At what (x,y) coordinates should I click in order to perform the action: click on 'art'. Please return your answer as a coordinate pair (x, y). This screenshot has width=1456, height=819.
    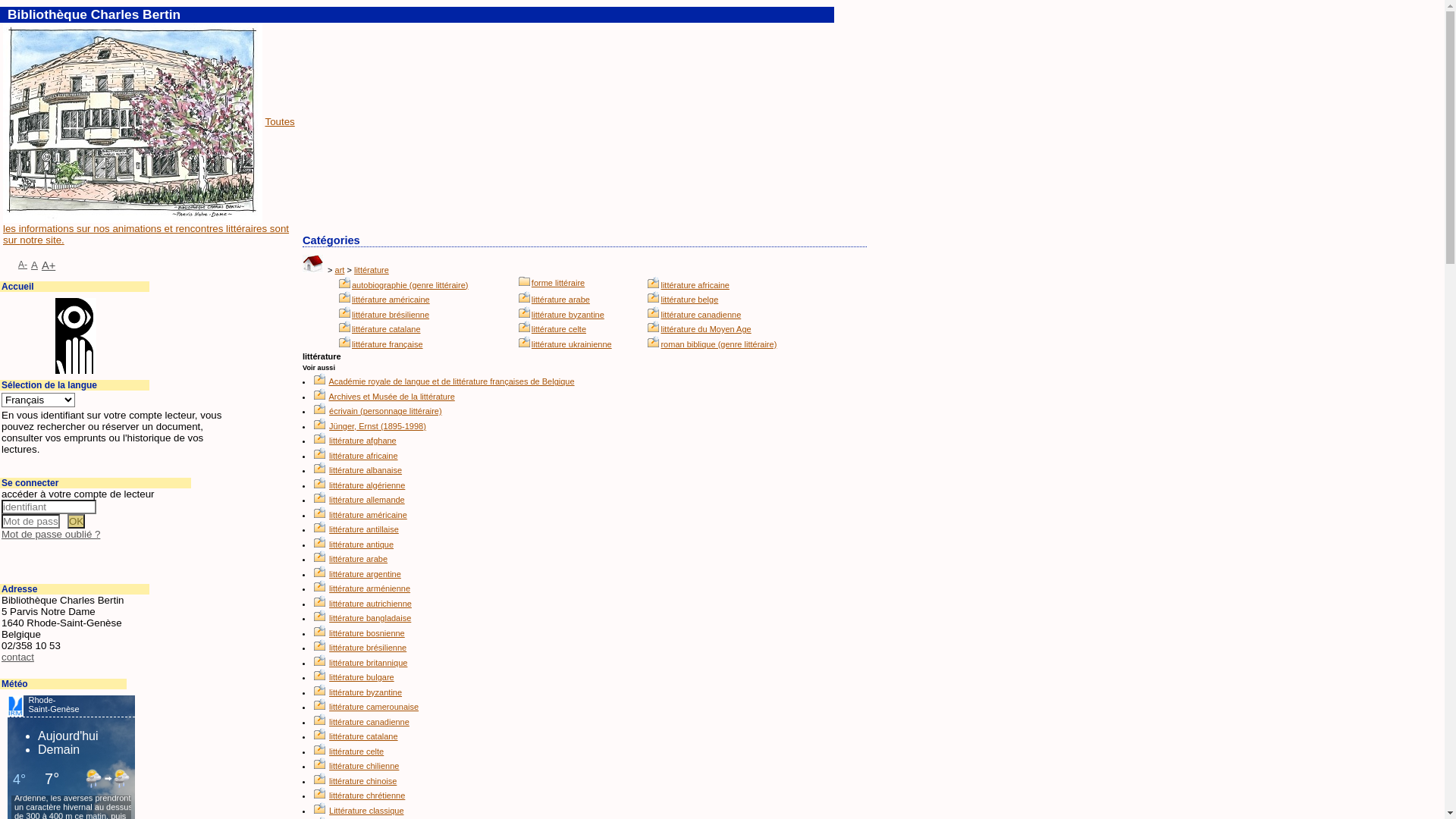
    Looking at the image, I should click on (339, 268).